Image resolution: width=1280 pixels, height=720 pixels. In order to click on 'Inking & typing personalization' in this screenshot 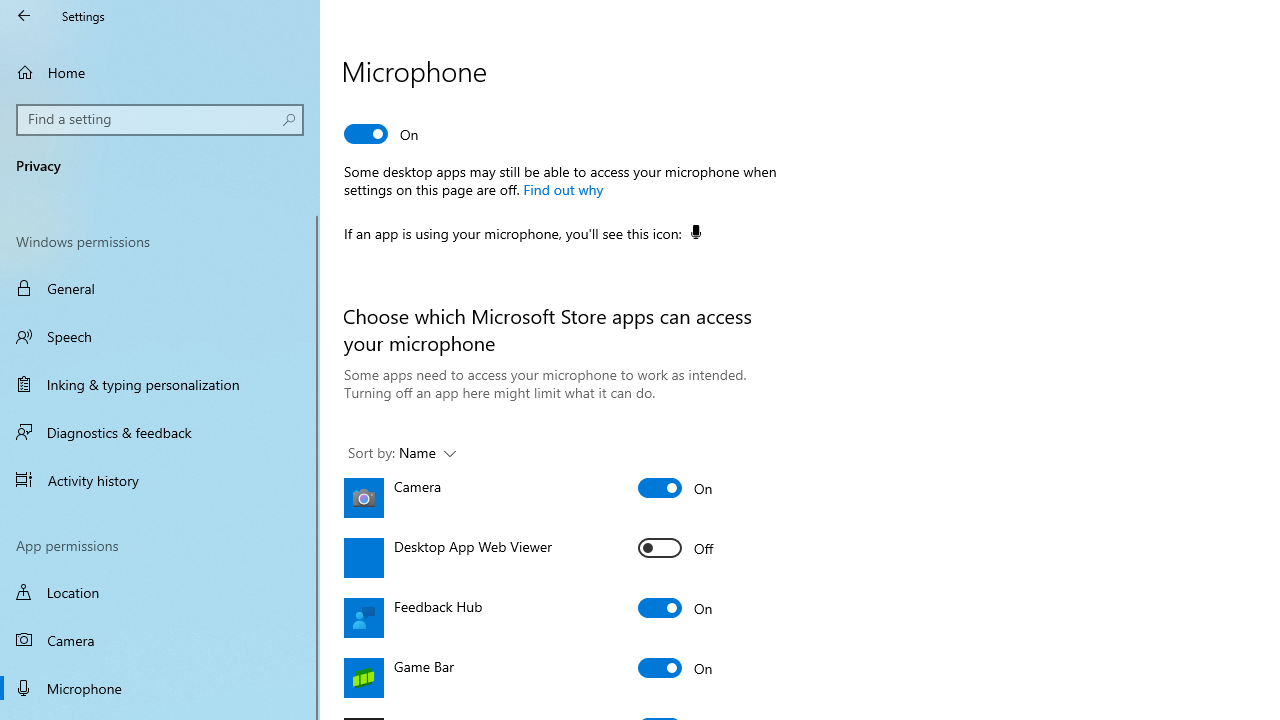, I will do `click(160, 384)`.